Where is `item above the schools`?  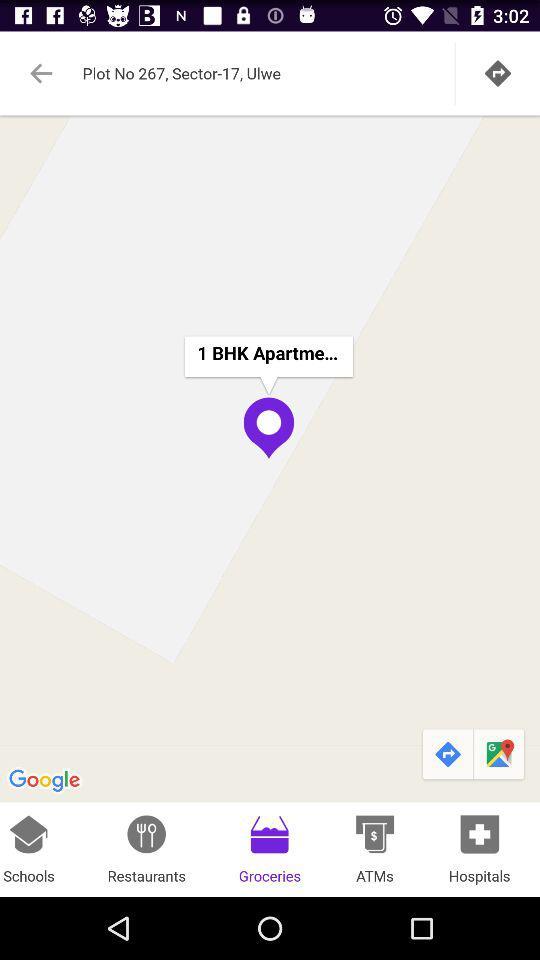
item above the schools is located at coordinates (270, 458).